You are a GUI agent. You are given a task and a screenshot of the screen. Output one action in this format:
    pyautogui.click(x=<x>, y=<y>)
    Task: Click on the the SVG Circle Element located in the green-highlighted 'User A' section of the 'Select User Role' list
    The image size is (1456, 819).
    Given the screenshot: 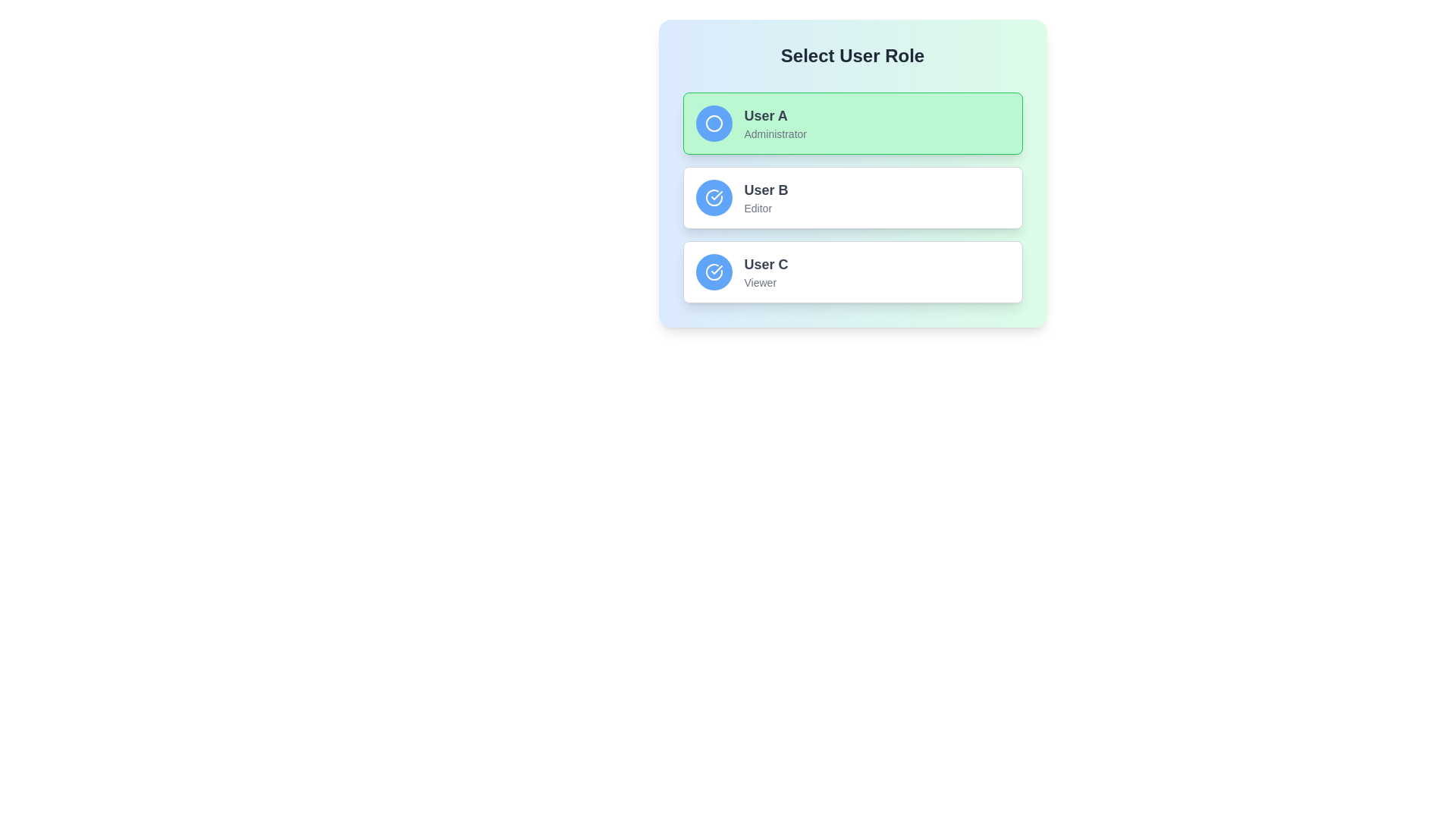 What is the action you would take?
    pyautogui.click(x=713, y=122)
    